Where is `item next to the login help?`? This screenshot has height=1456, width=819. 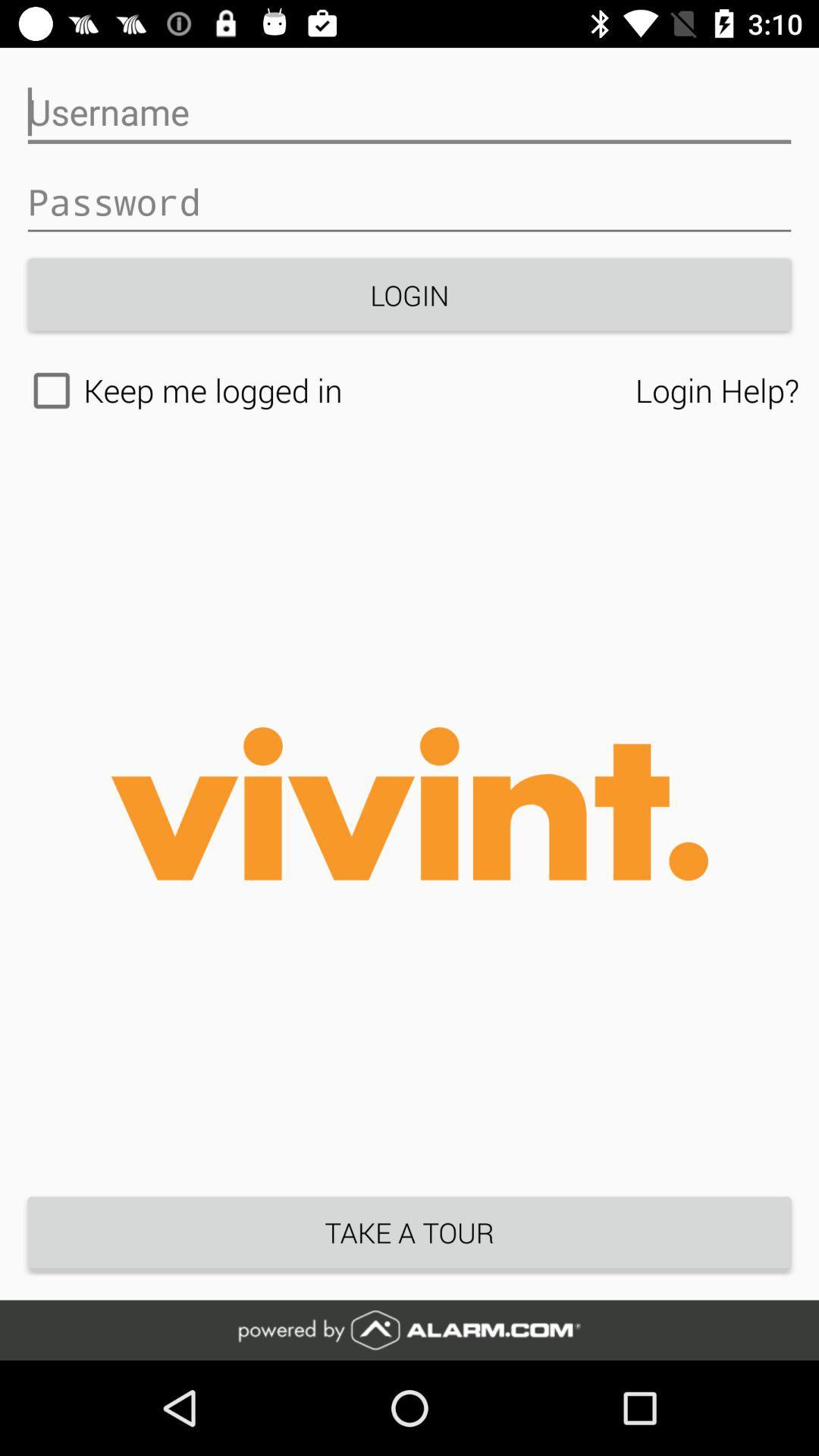 item next to the login help? is located at coordinates (327, 391).